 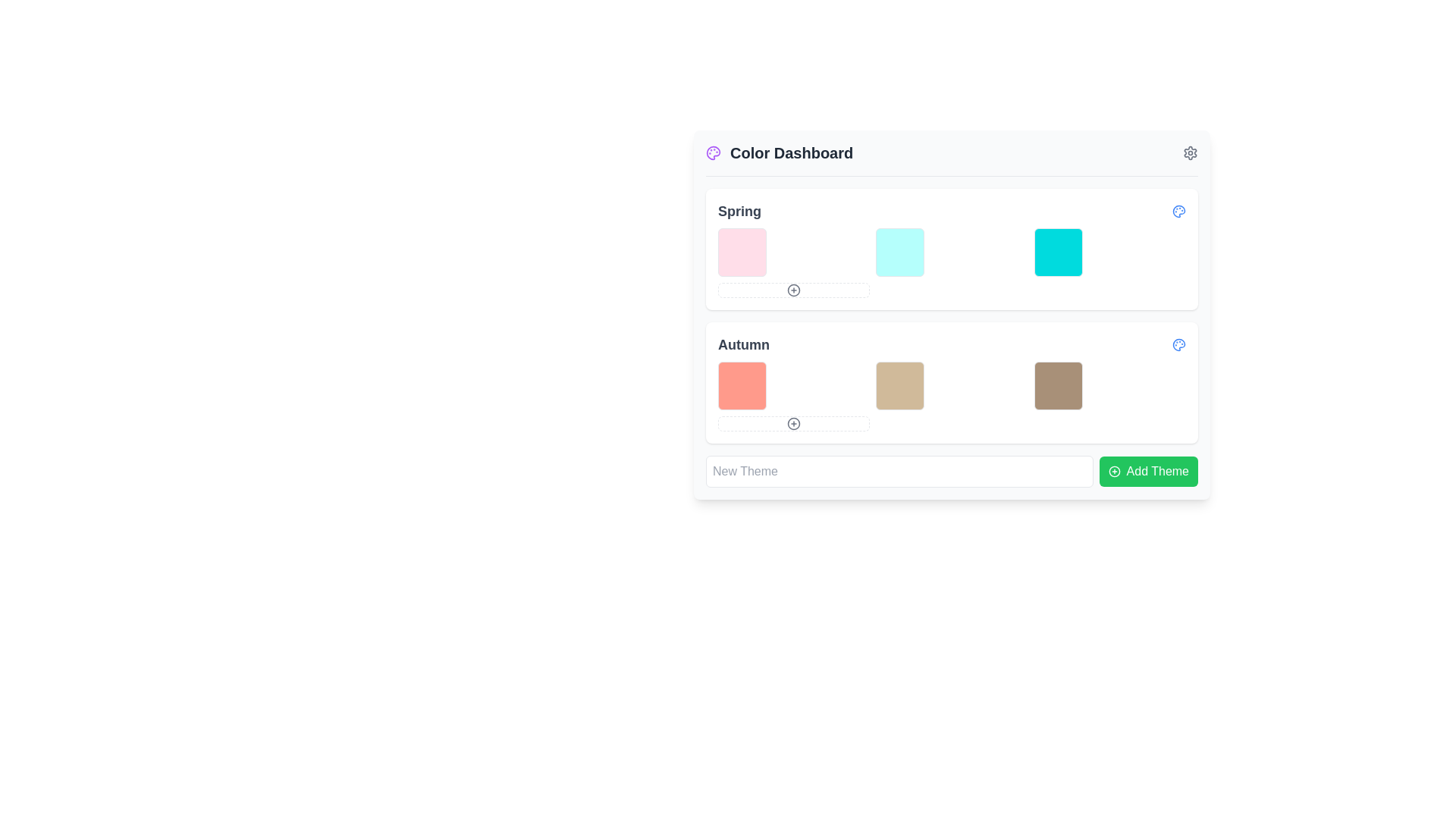 What do you see at coordinates (1178, 211) in the screenshot?
I see `the icon located in the top-right corner of the 'Spring' section in the Color Dashboard, adjacent to the text 'Spring' and aligned with the color squares` at bounding box center [1178, 211].